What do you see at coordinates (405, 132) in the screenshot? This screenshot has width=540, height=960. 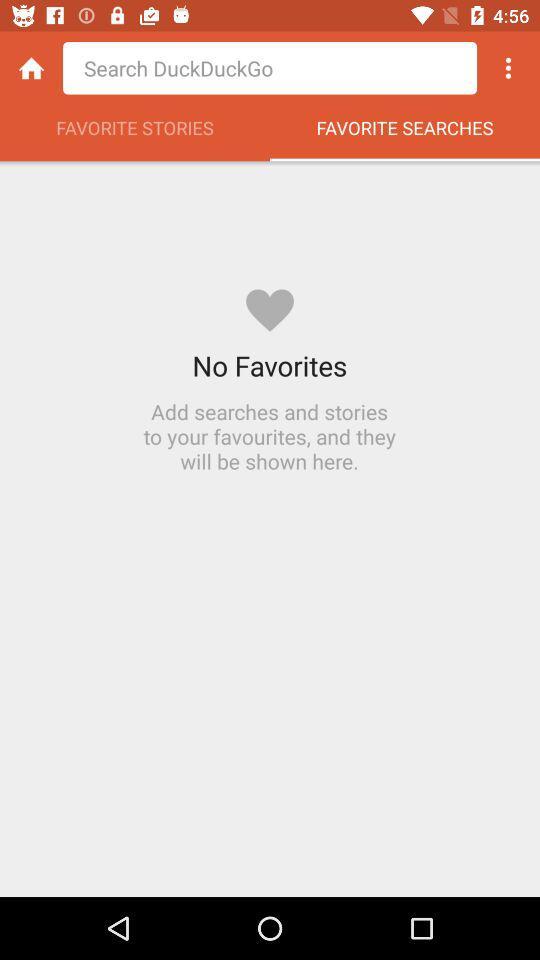 I see `app to the right of the favorite stories` at bounding box center [405, 132].